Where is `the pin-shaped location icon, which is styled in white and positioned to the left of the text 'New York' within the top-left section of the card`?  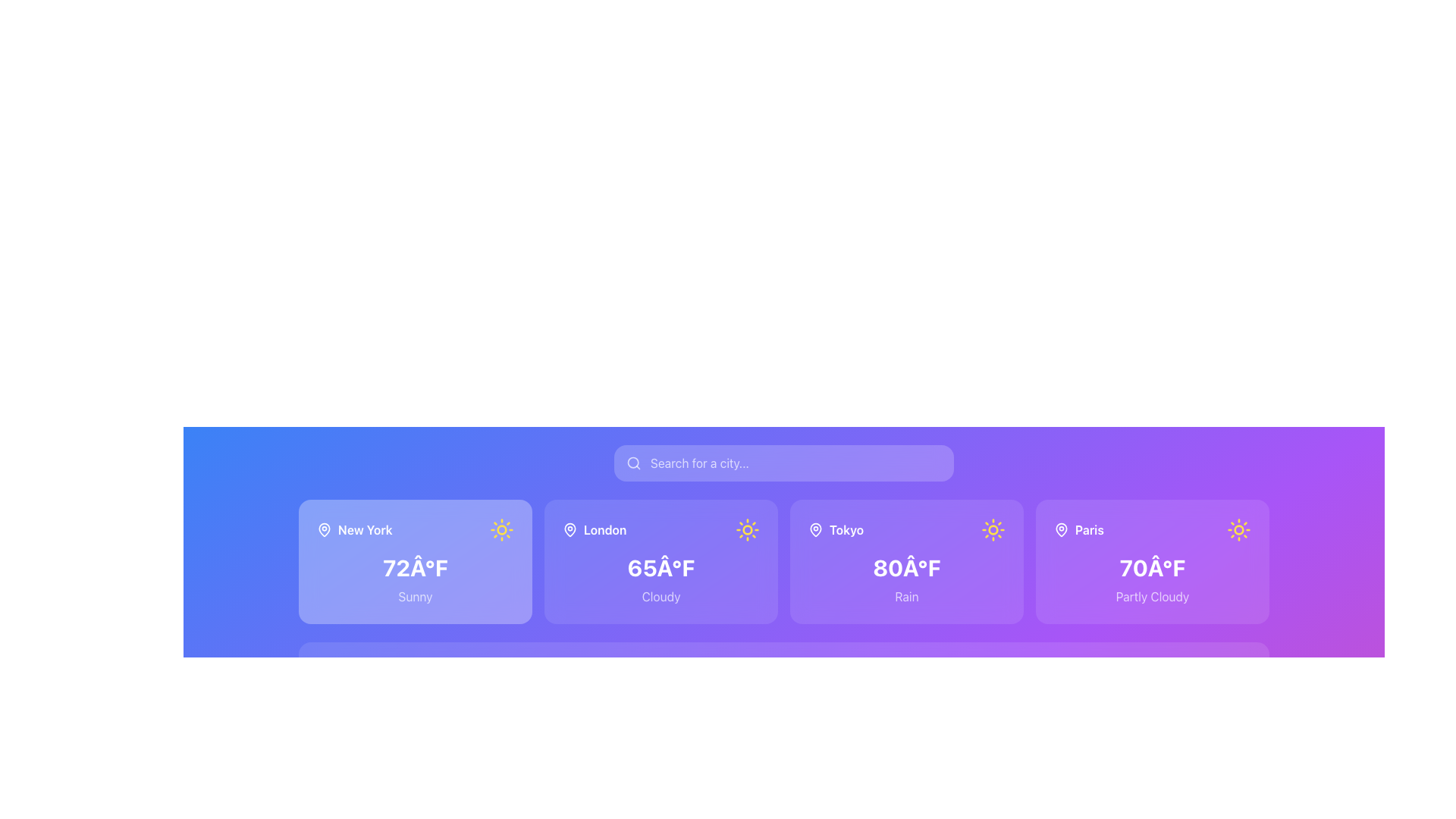
the pin-shaped location icon, which is styled in white and positioned to the left of the text 'New York' within the top-left section of the card is located at coordinates (323, 529).